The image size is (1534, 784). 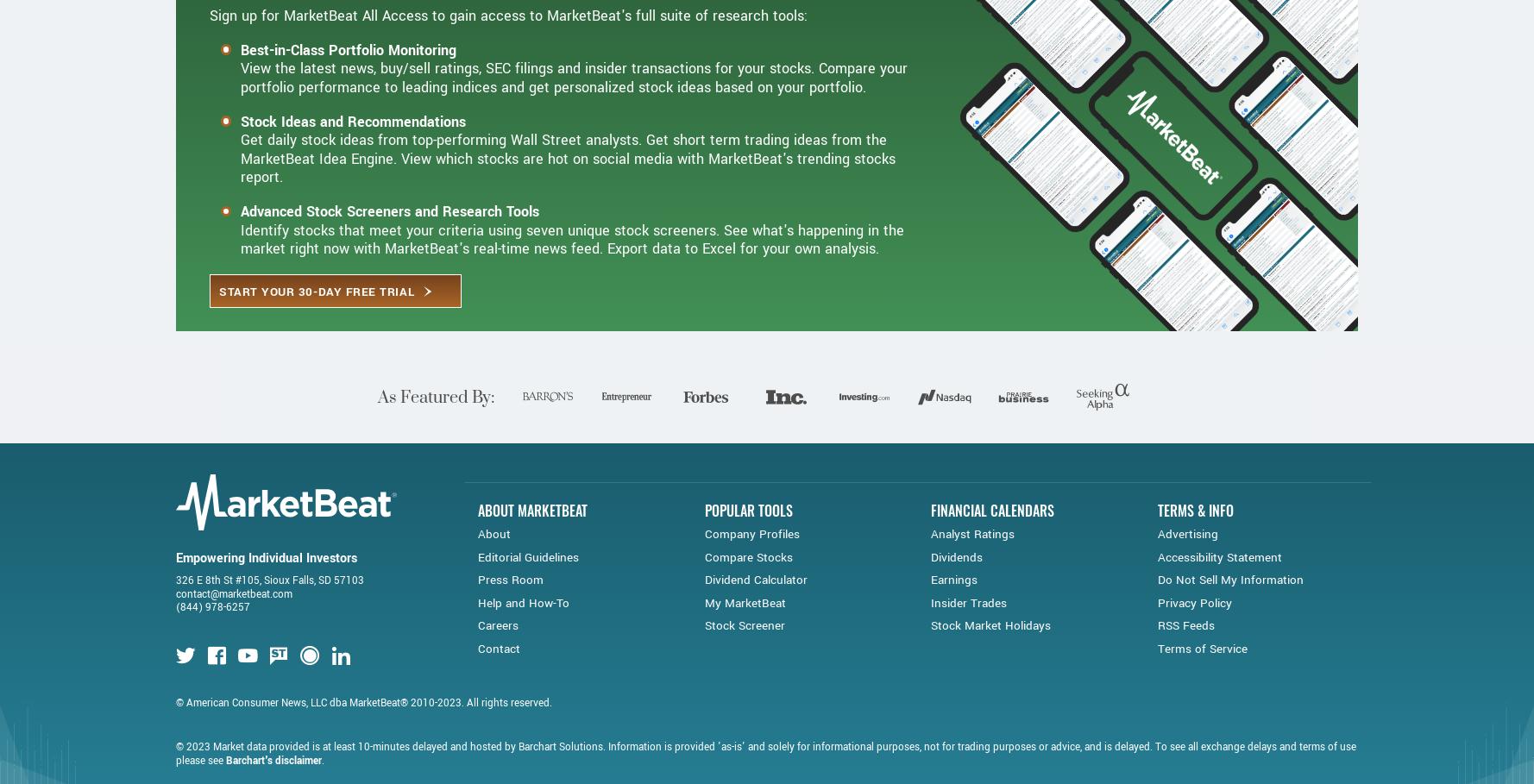 What do you see at coordinates (317, 357) in the screenshot?
I see `'Start Your 30-Day Free Trial'` at bounding box center [317, 357].